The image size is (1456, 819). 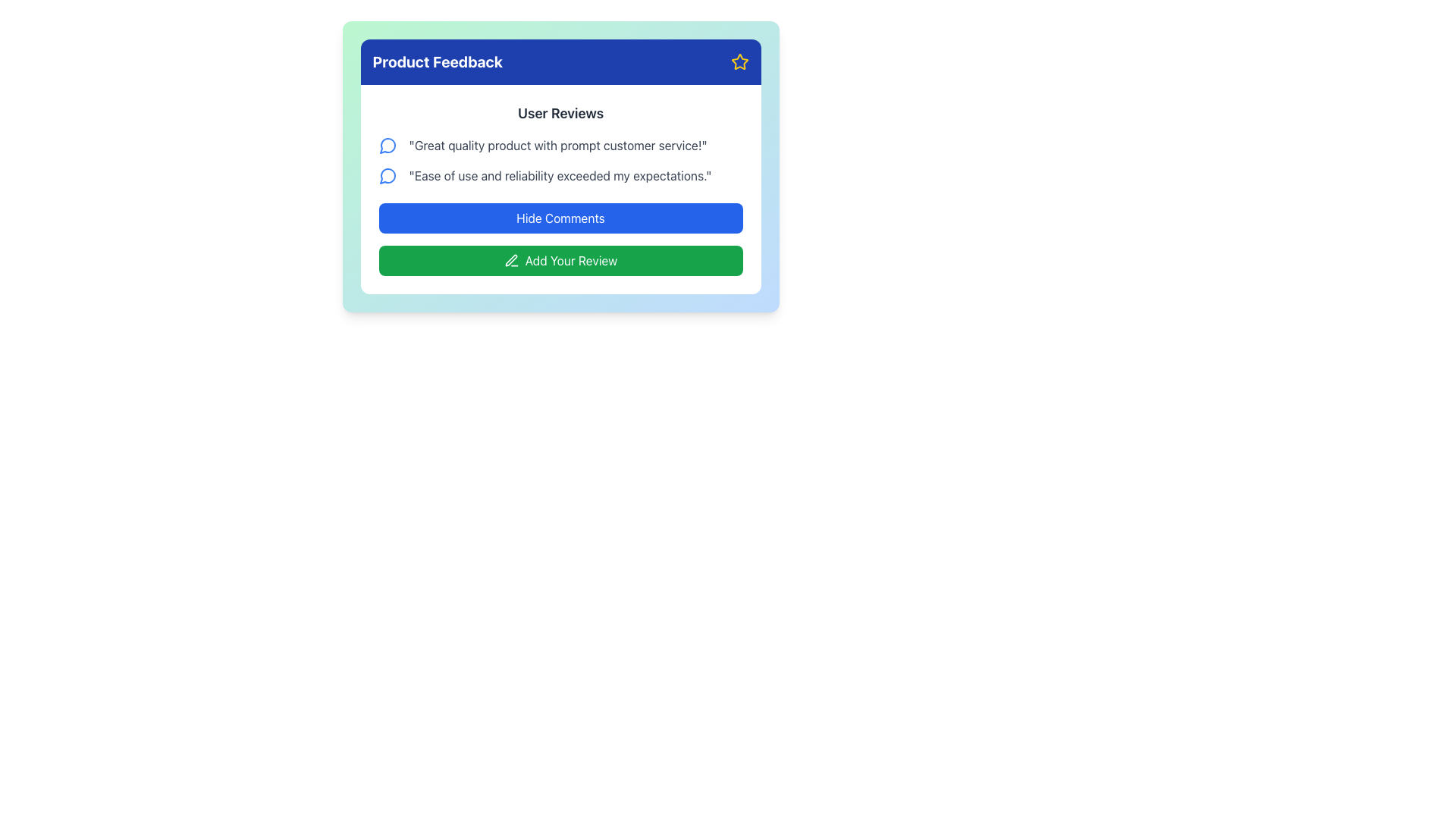 I want to click on the 'Add Your Review' text element, which is styled with a white sans-serif font against a green background and is located within a button adjacent to a pen icon, so click(x=570, y=259).